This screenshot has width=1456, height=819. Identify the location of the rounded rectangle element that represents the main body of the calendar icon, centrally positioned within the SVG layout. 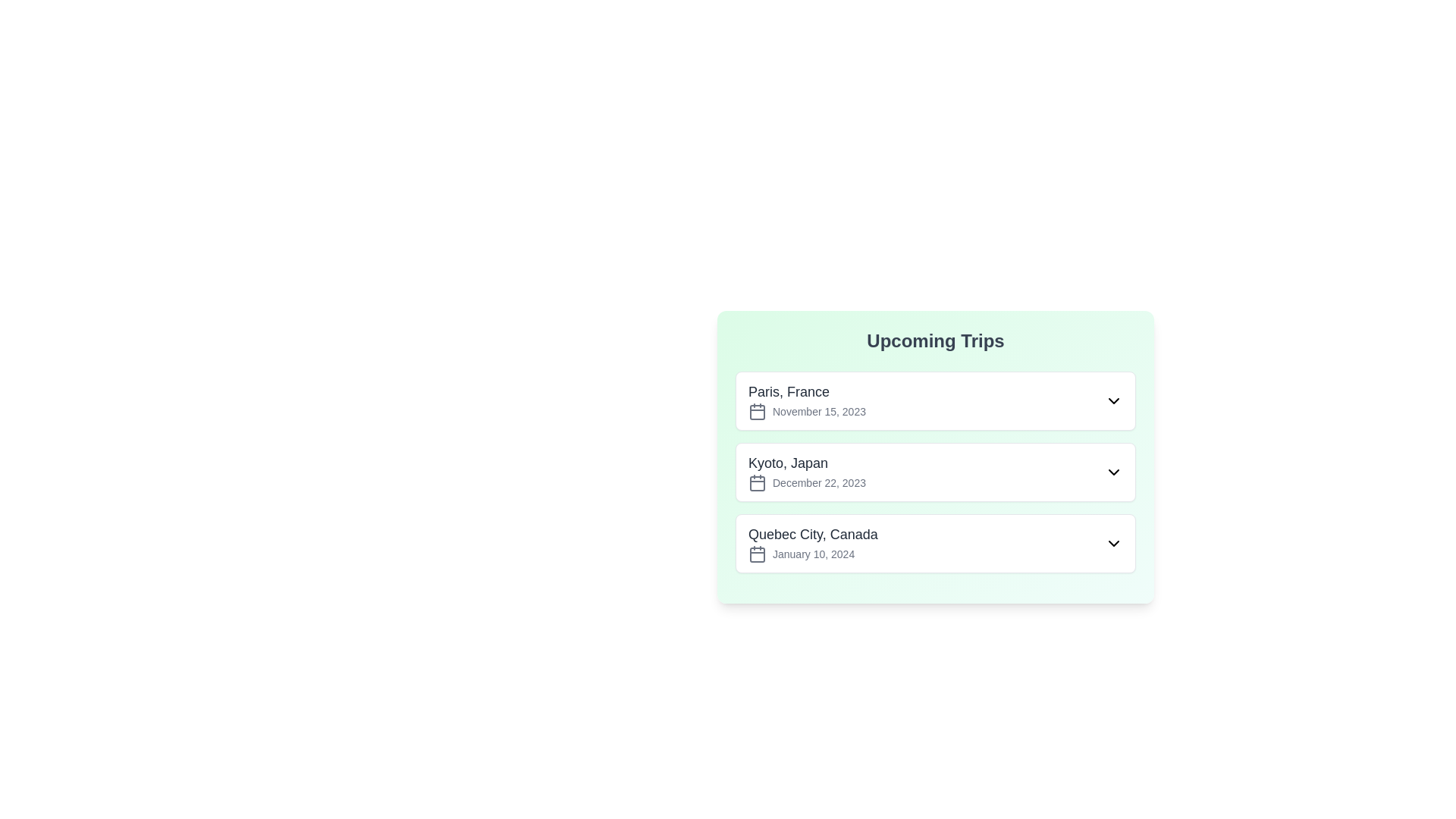
(757, 412).